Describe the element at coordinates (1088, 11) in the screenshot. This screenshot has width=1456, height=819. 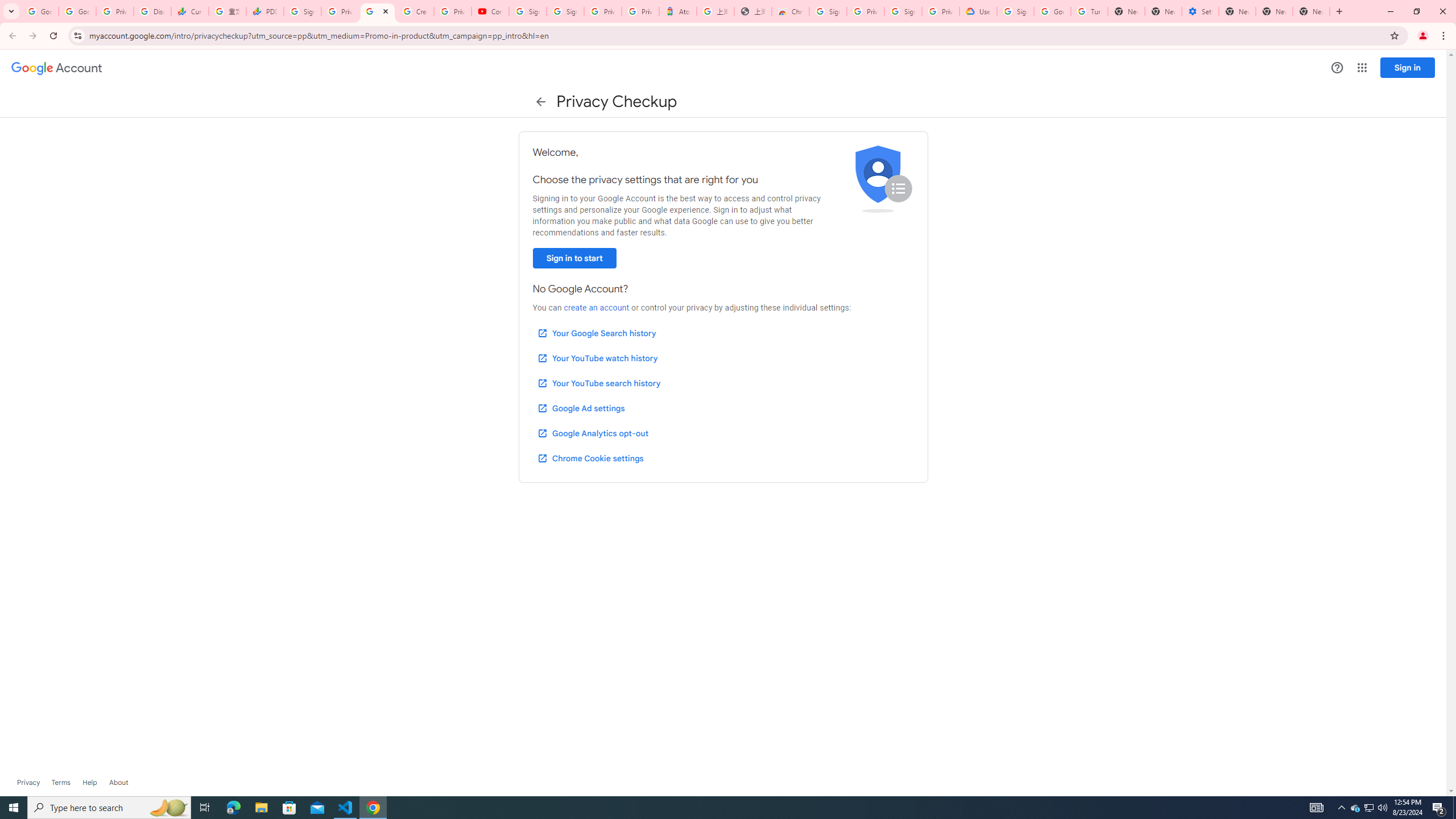
I see `'Turn cookies on or off - Computer - Google Account Help'` at that location.